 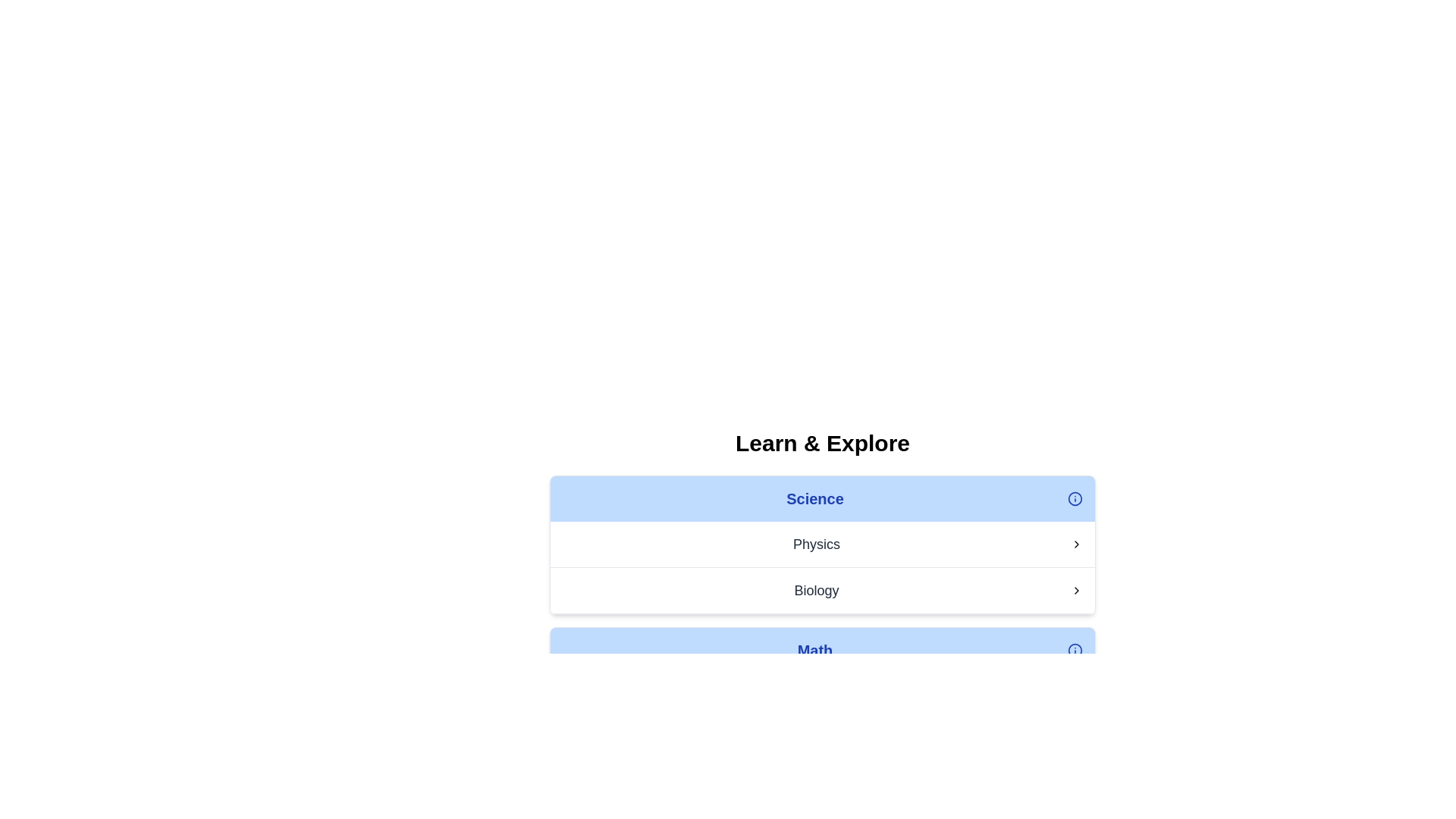 What do you see at coordinates (1076, 590) in the screenshot?
I see `the right-facing chevron icon located to the far right of the 'Biology' text` at bounding box center [1076, 590].